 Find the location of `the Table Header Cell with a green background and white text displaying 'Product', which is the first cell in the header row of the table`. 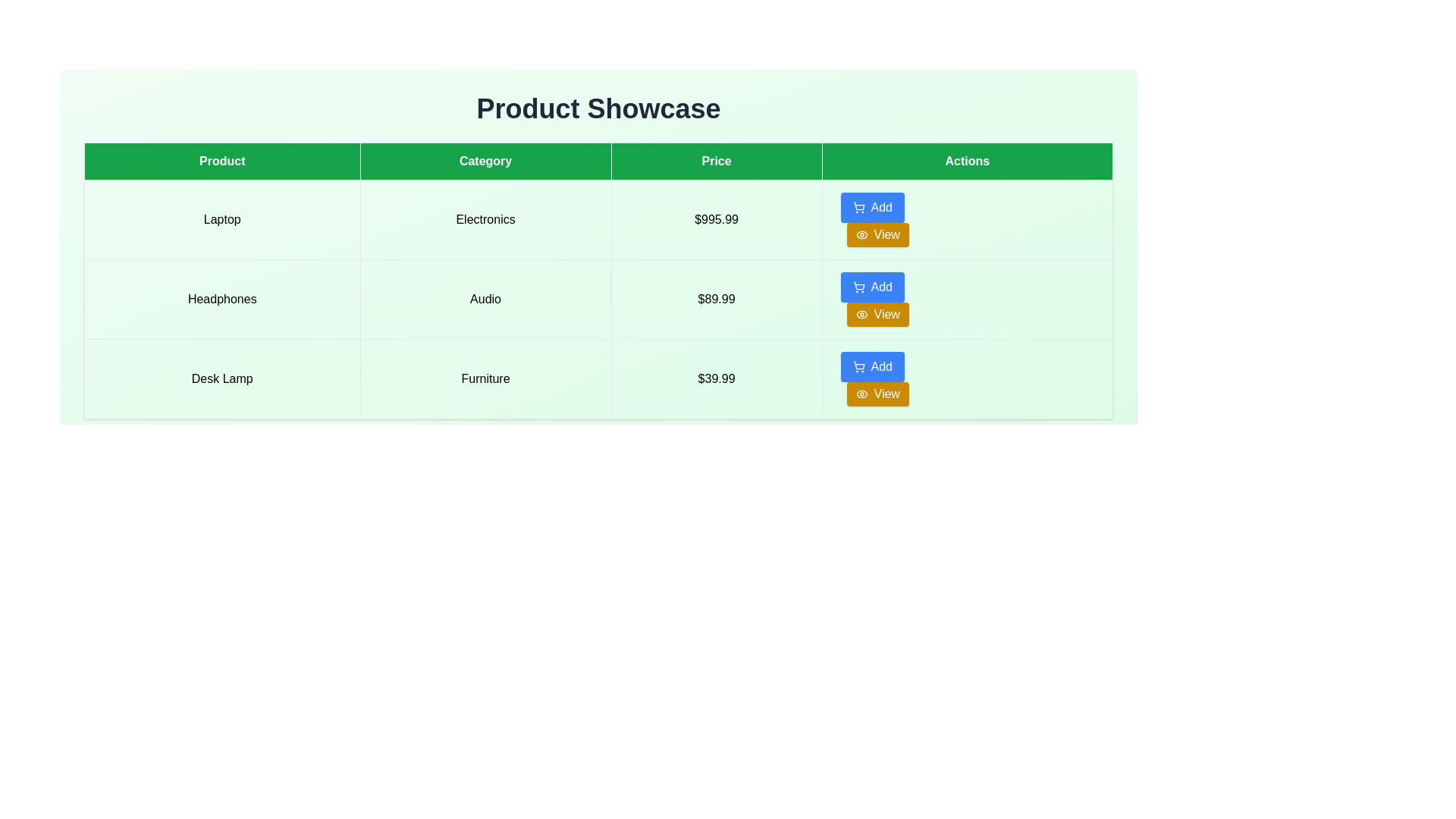

the Table Header Cell with a green background and white text displaying 'Product', which is the first cell in the header row of the table is located at coordinates (221, 161).